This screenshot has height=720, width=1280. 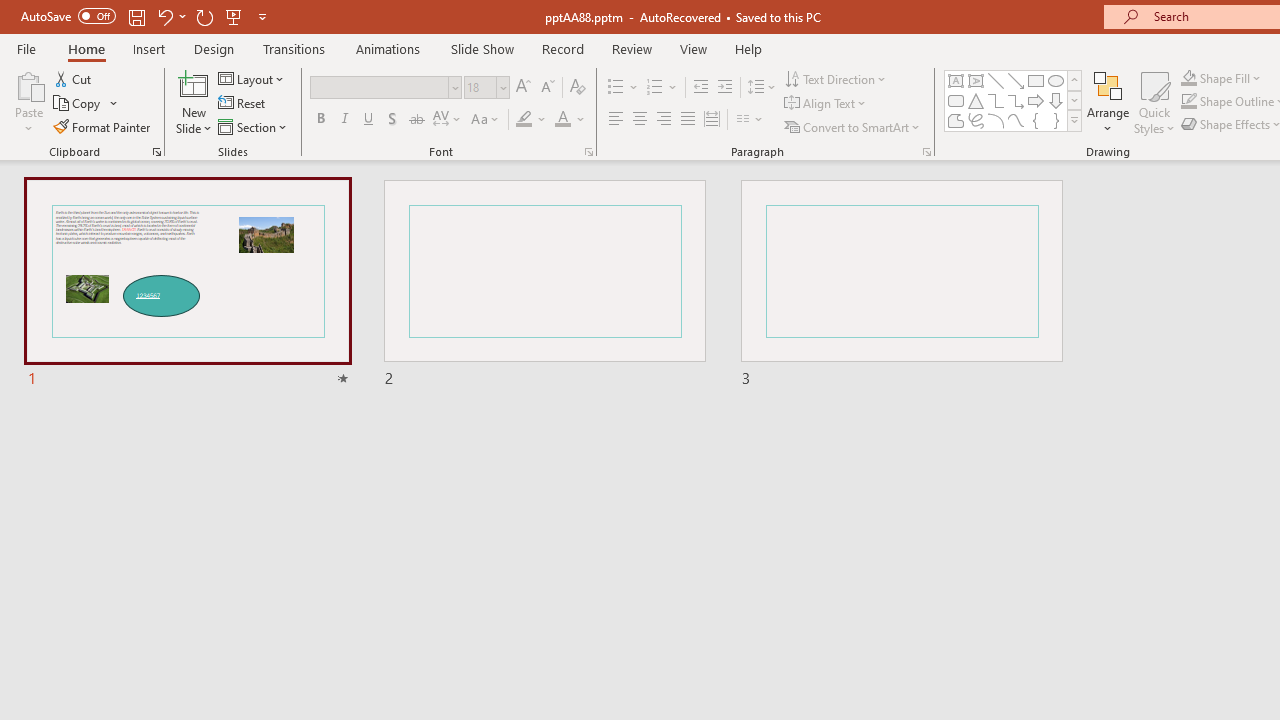 I want to click on 'Font Size', so click(x=480, y=86).